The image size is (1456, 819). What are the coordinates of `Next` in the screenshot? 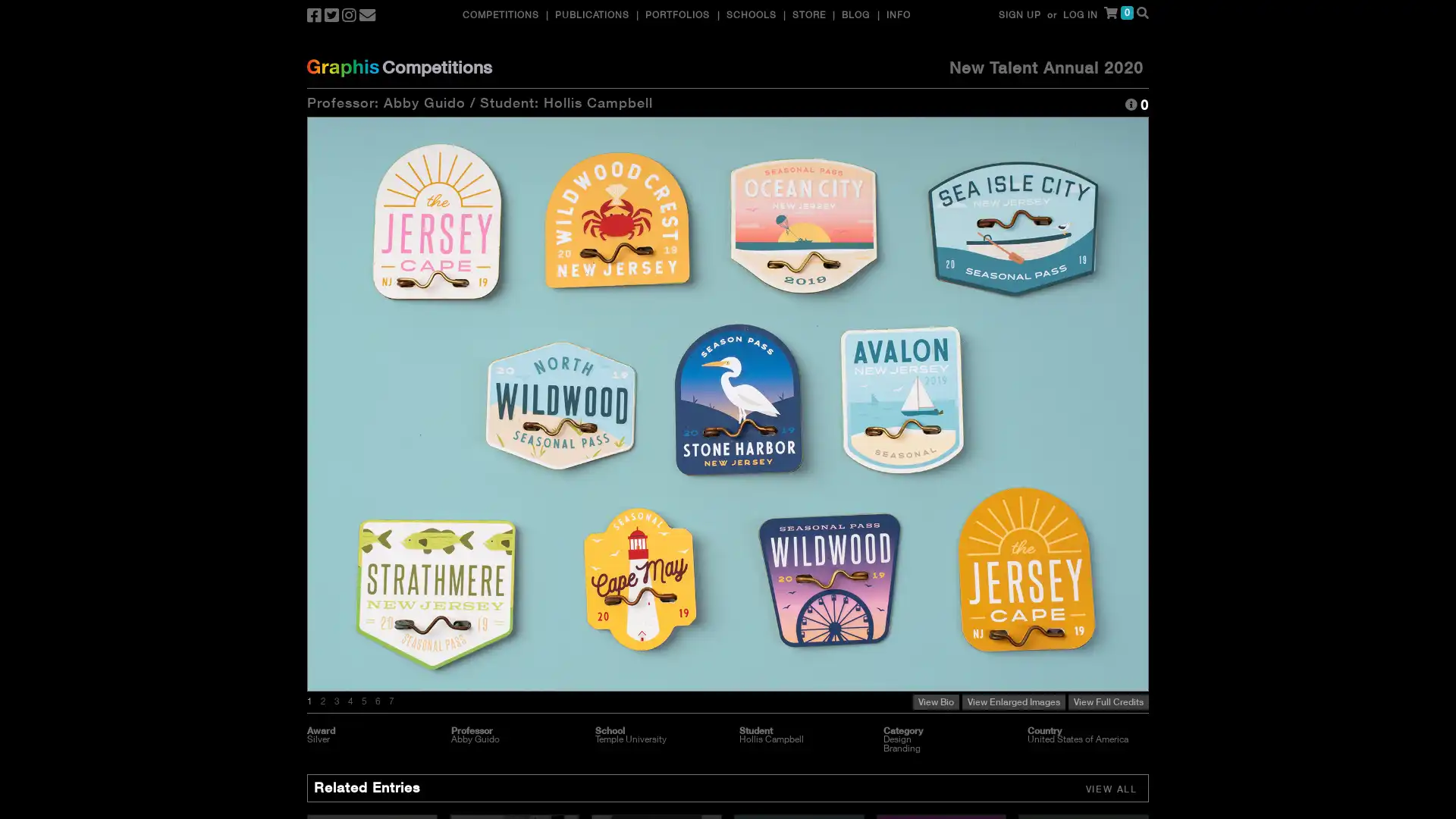 It's located at (1021, 403).